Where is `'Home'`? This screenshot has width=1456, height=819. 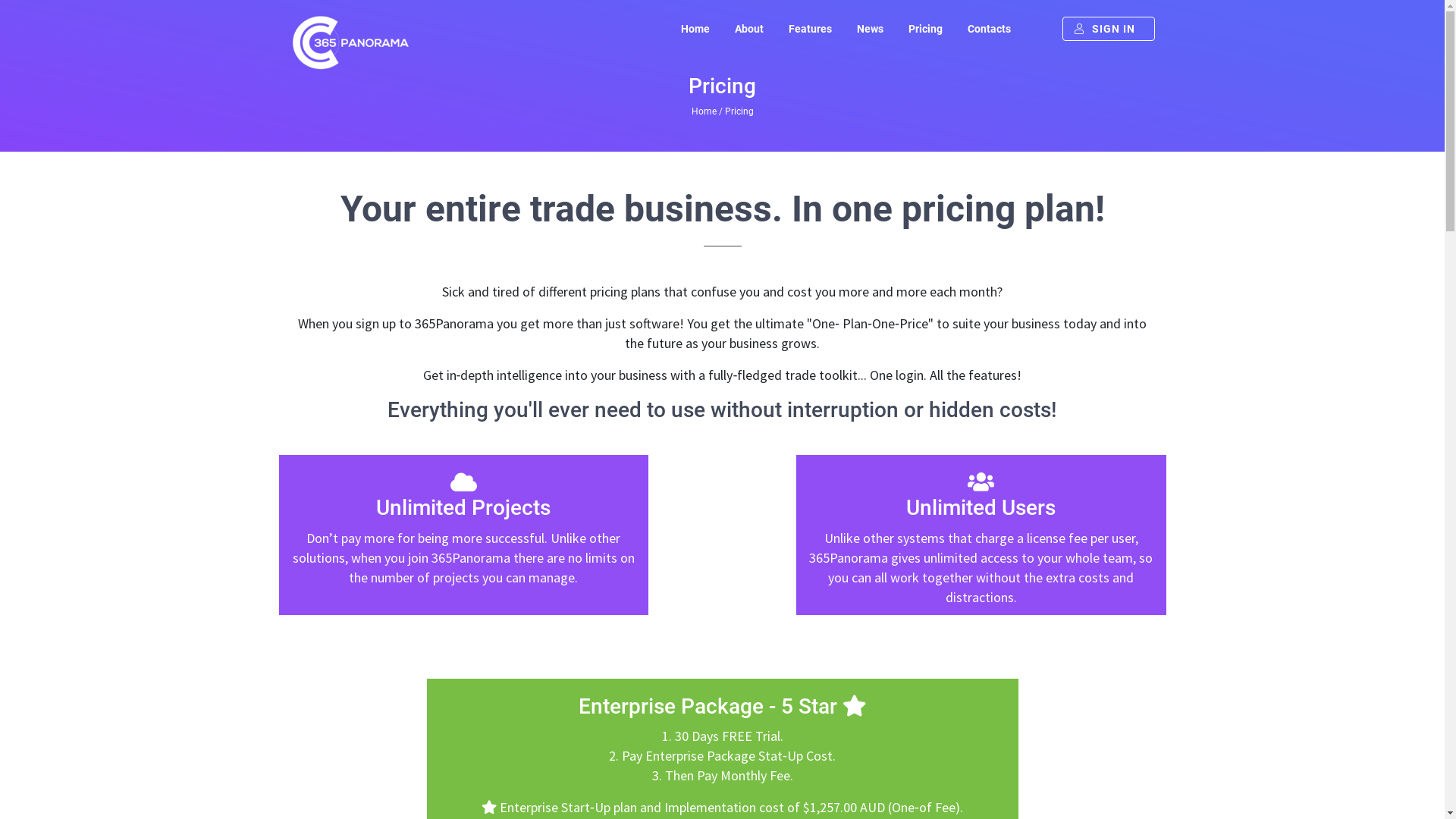
'Home' is located at coordinates (668, 29).